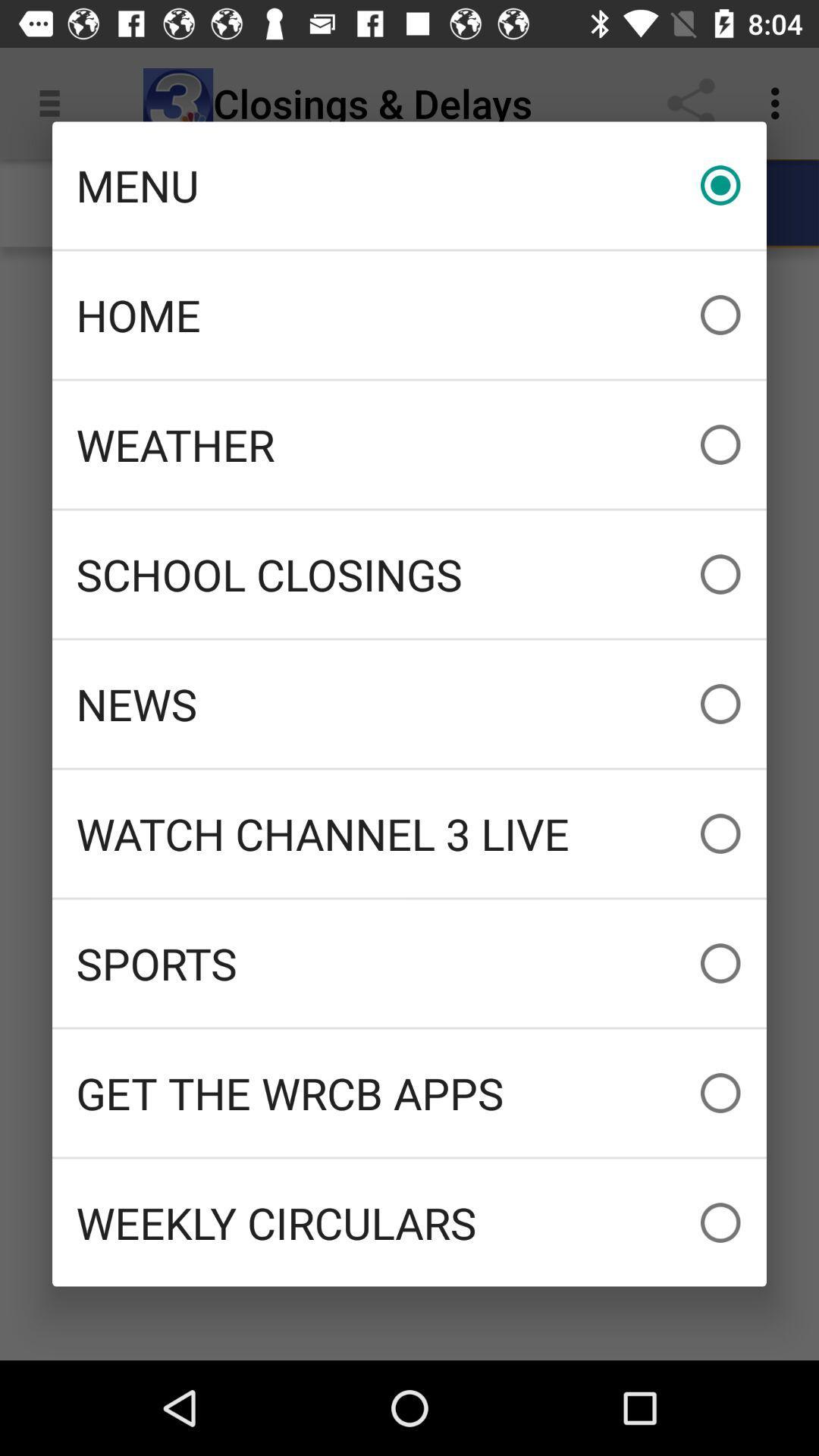  I want to click on the get the wrcb item, so click(409, 1093).